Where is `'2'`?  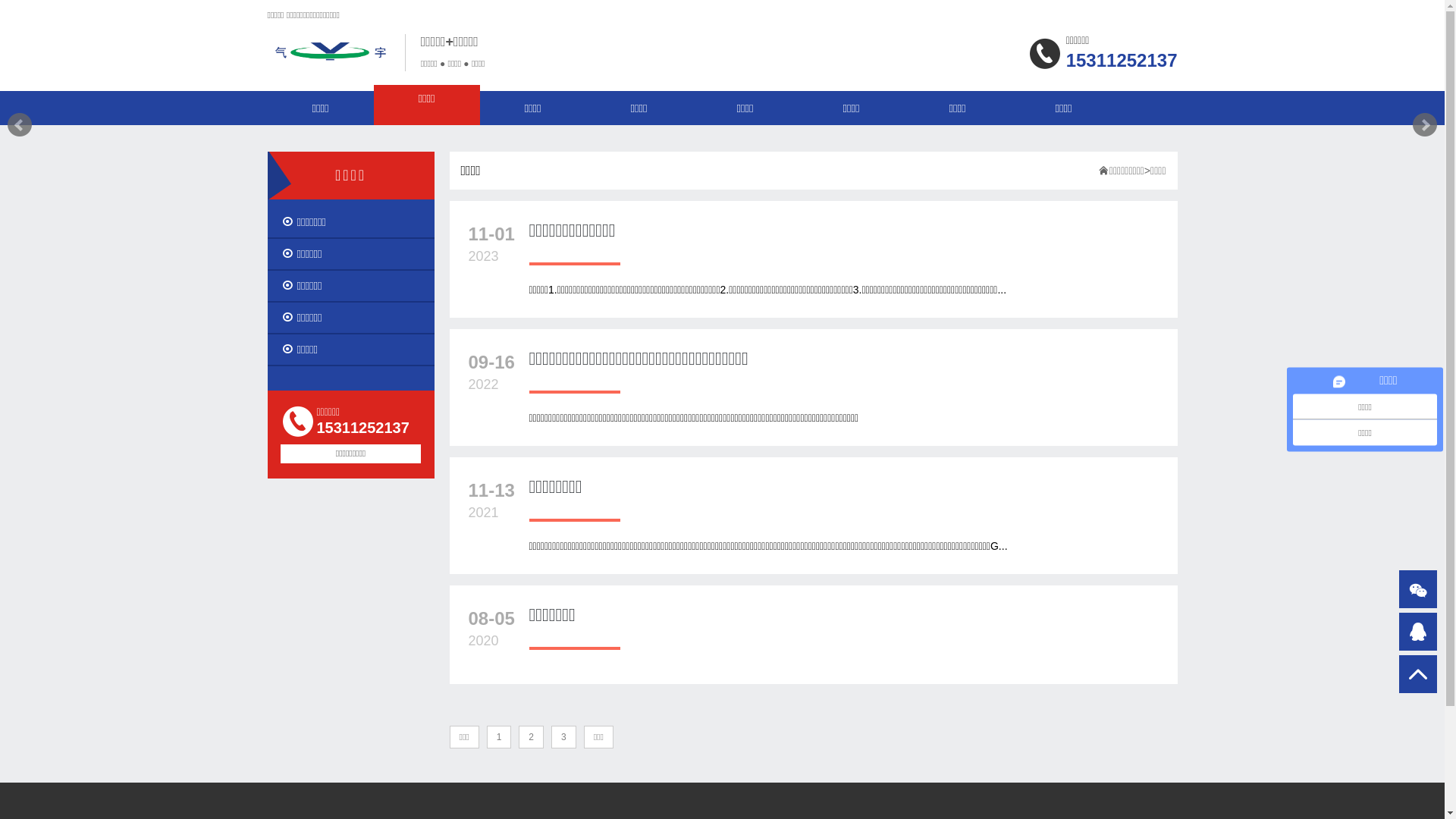 '2' is located at coordinates (531, 736).